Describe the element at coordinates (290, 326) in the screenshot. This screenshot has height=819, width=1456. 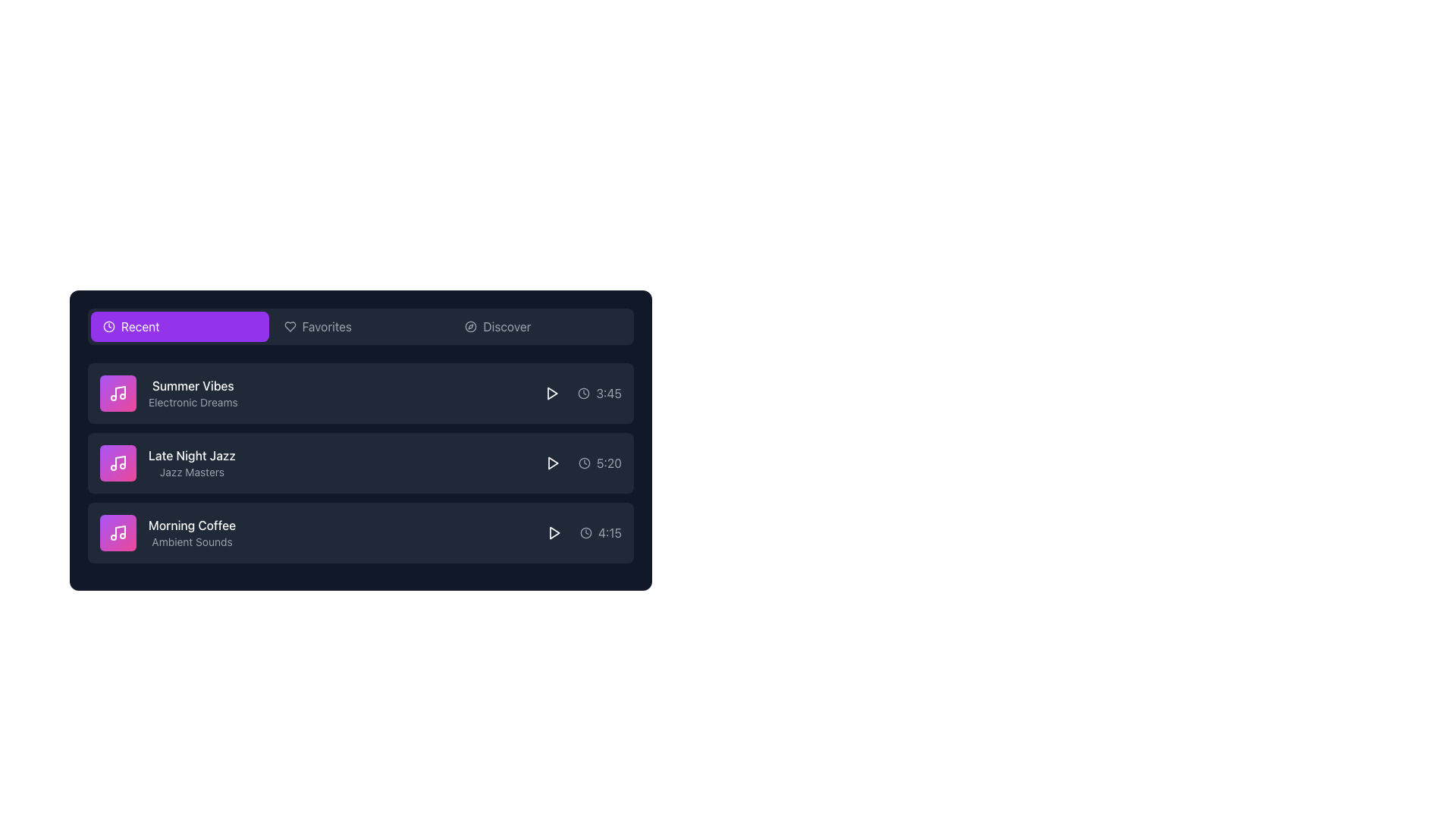
I see `the heart-shaped icon in the navigation bar associated with 'Favorites', located slightly to the left of the text label` at that location.